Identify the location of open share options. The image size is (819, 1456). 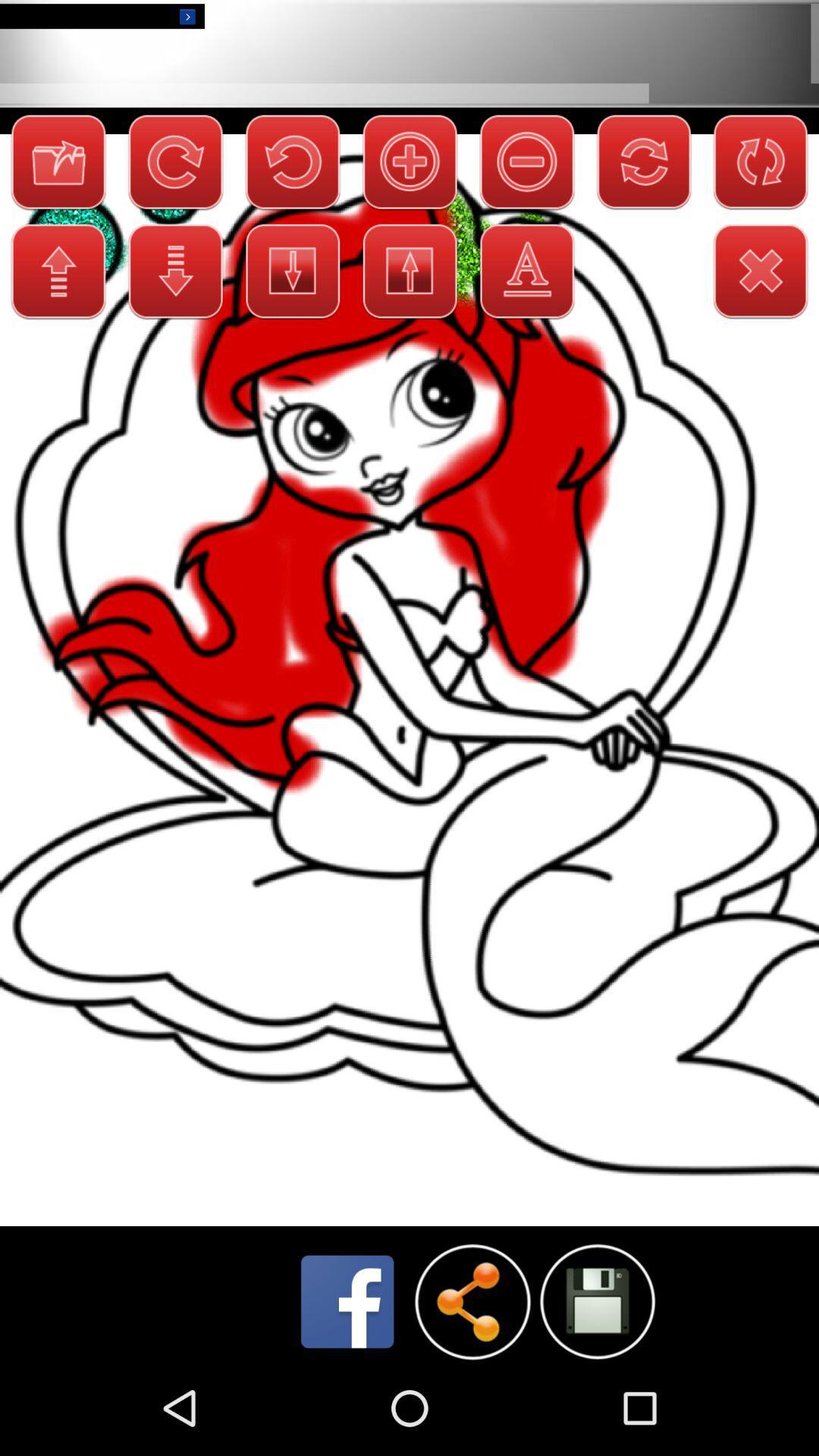
(472, 1301).